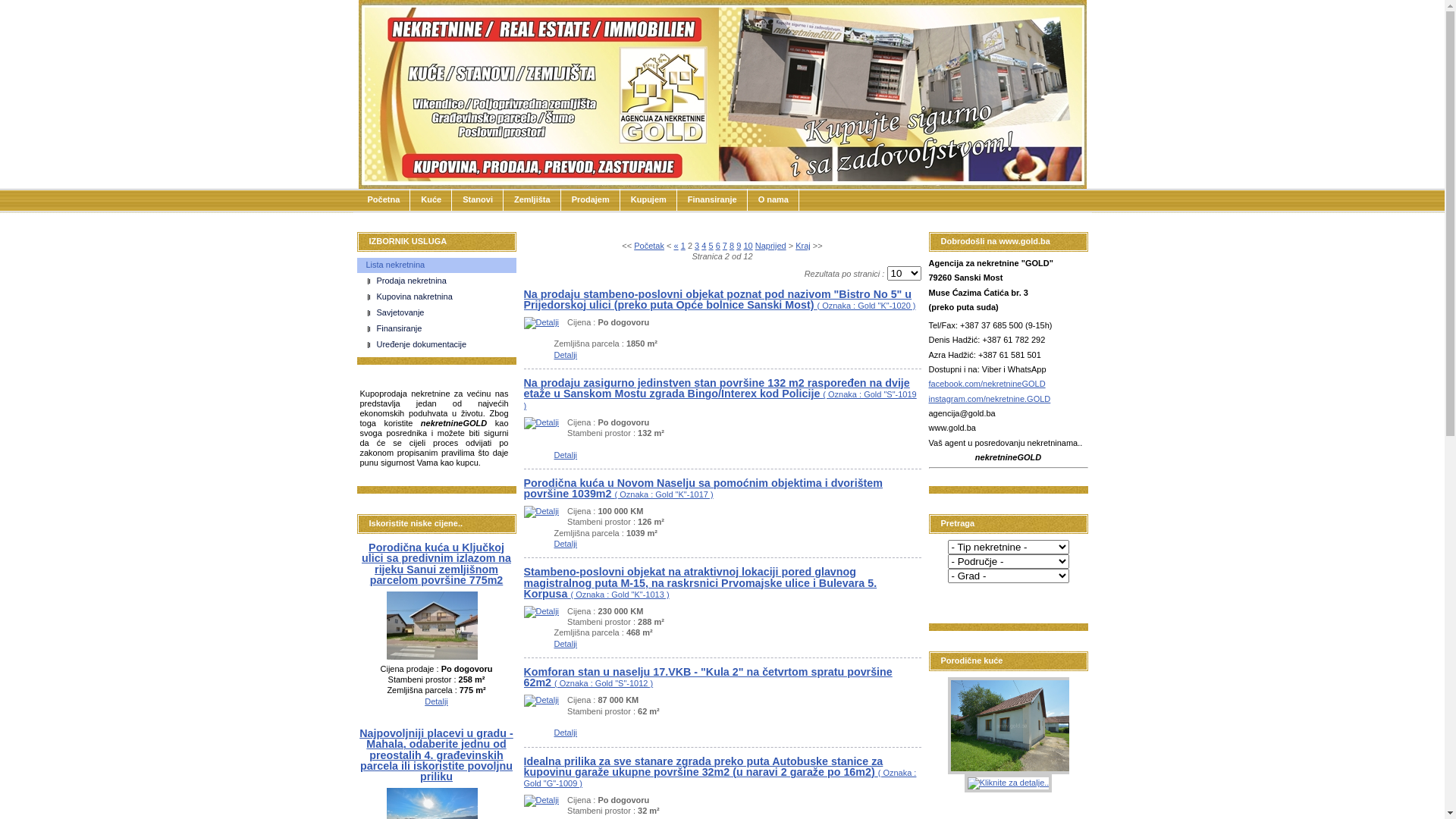  Describe the element at coordinates (435, 701) in the screenshot. I see `'Detalji'` at that location.